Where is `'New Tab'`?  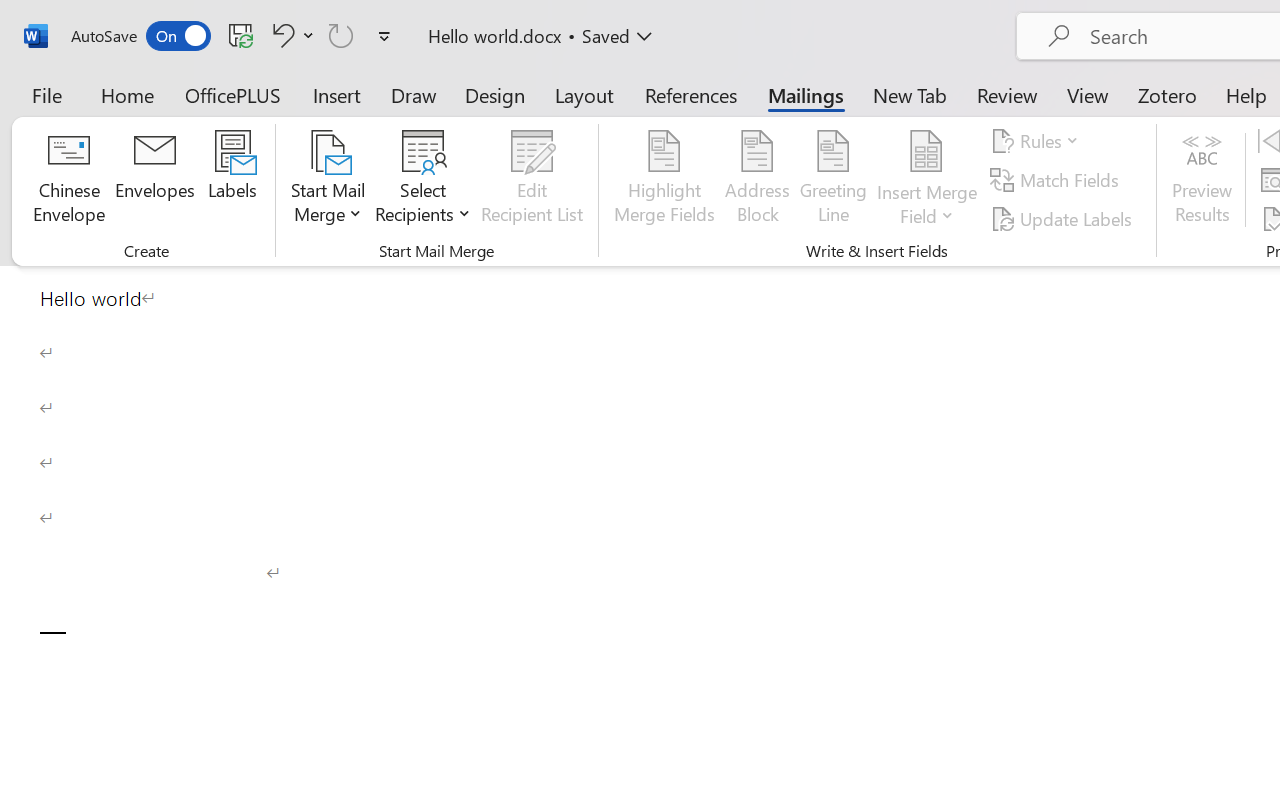
'New Tab' is located at coordinates (909, 94).